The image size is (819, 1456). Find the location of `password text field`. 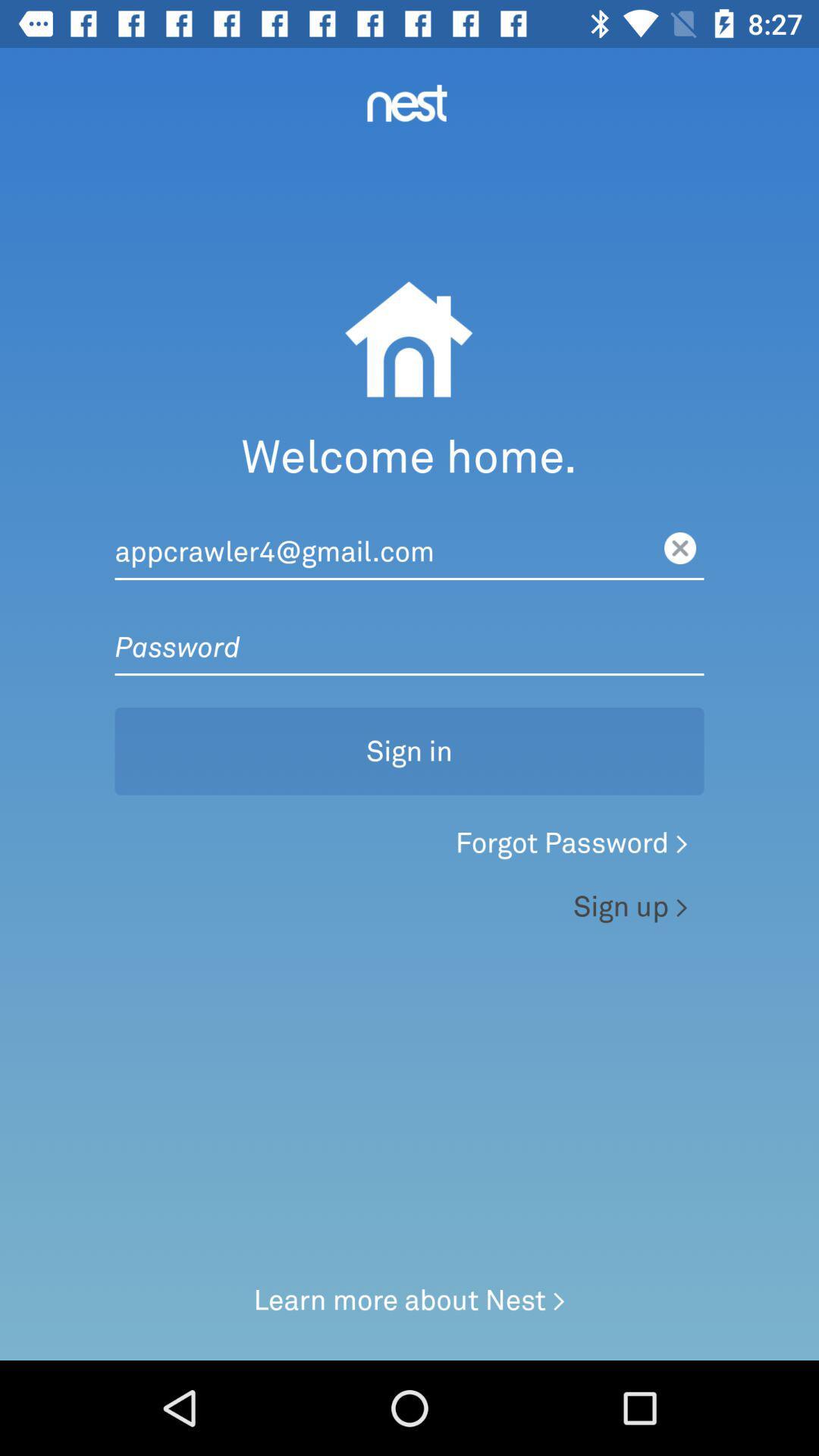

password text field is located at coordinates (409, 632).